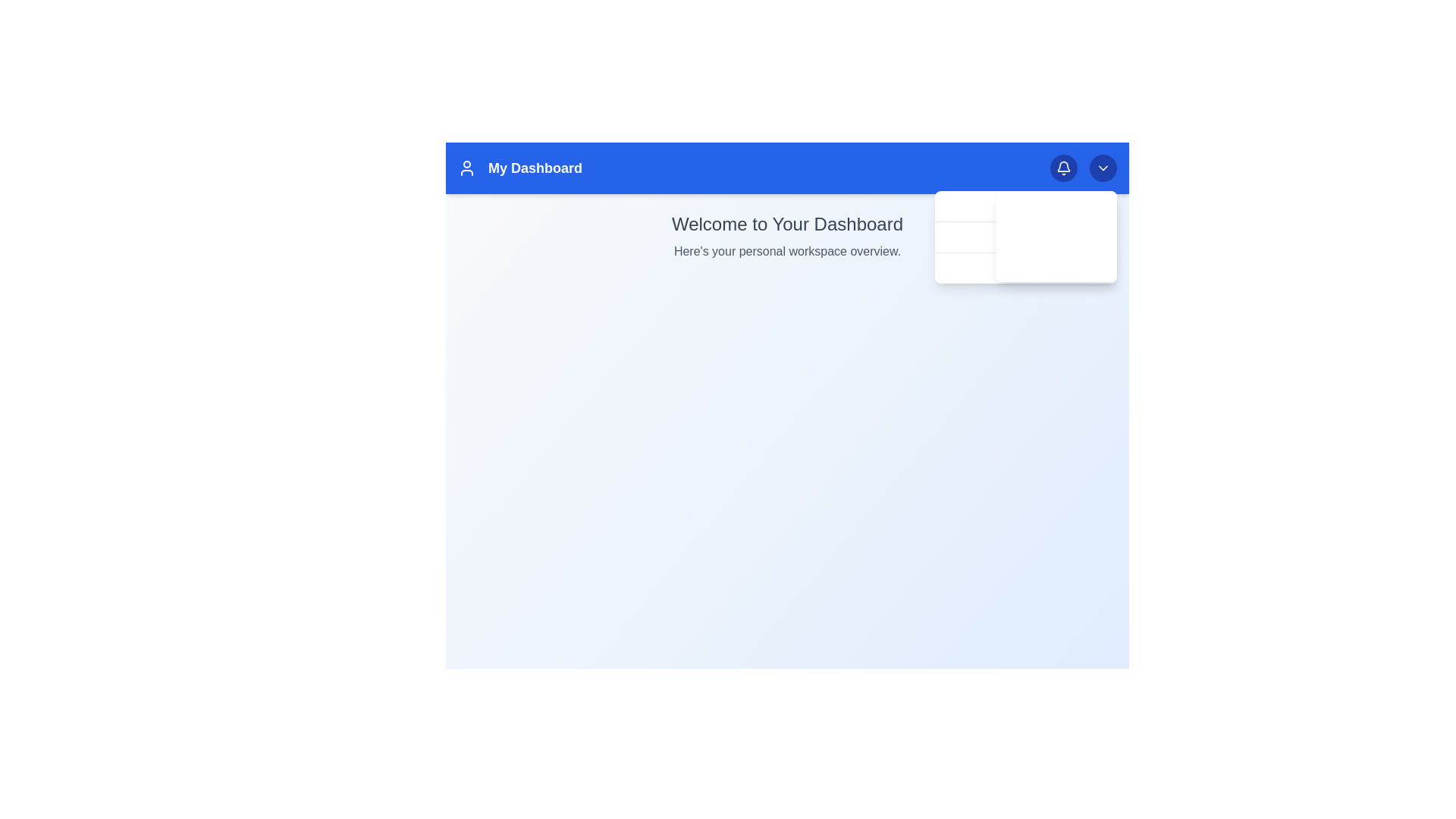 This screenshot has width=1456, height=819. Describe the element at coordinates (1062, 168) in the screenshot. I see `the circular notification button with a bell icon located in the upper-right corner, adjacent to the dropdown menu` at that location.